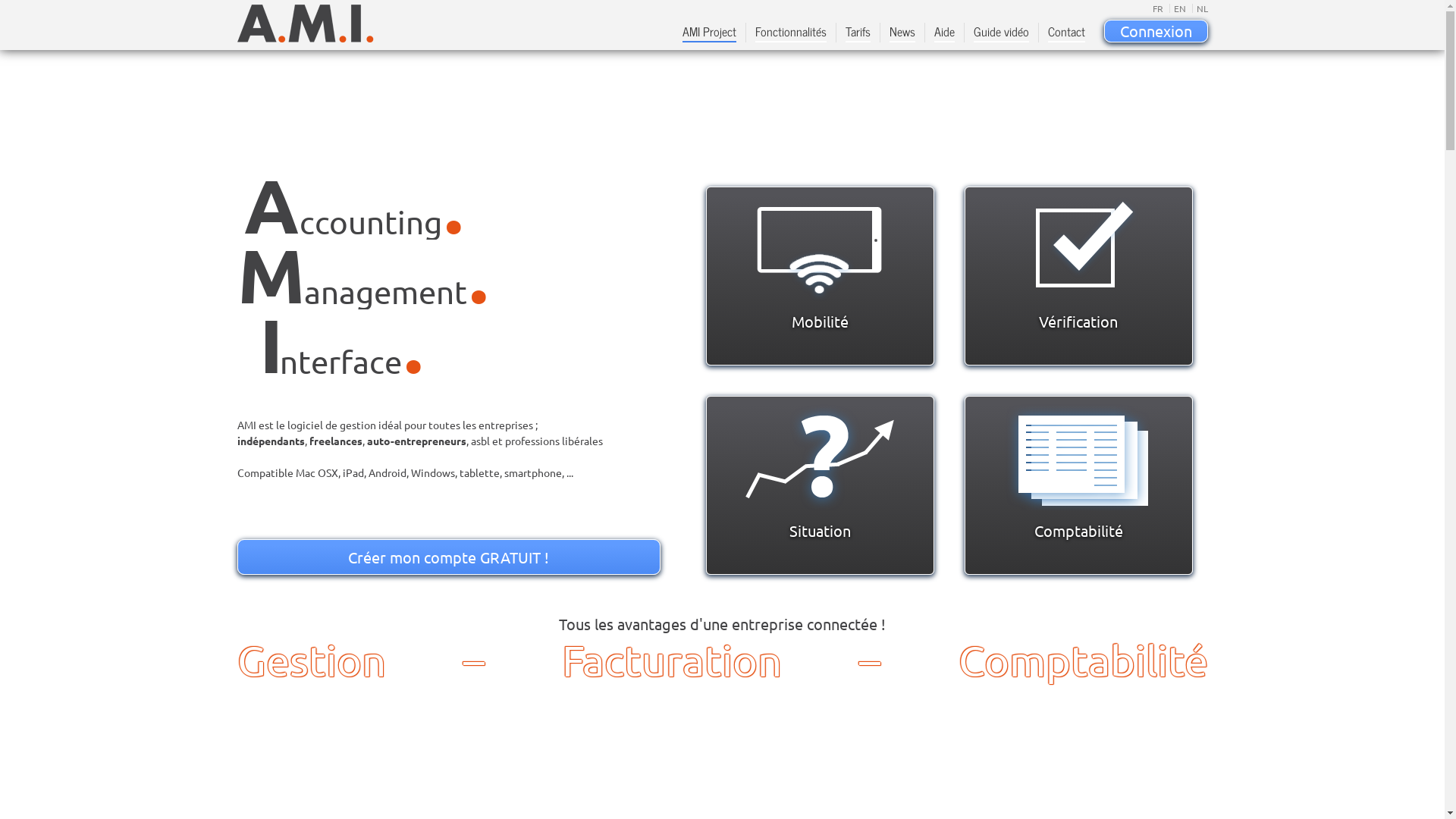 This screenshot has height=819, width=1456. Describe the element at coordinates (1168, 8) in the screenshot. I see `'EN'` at that location.